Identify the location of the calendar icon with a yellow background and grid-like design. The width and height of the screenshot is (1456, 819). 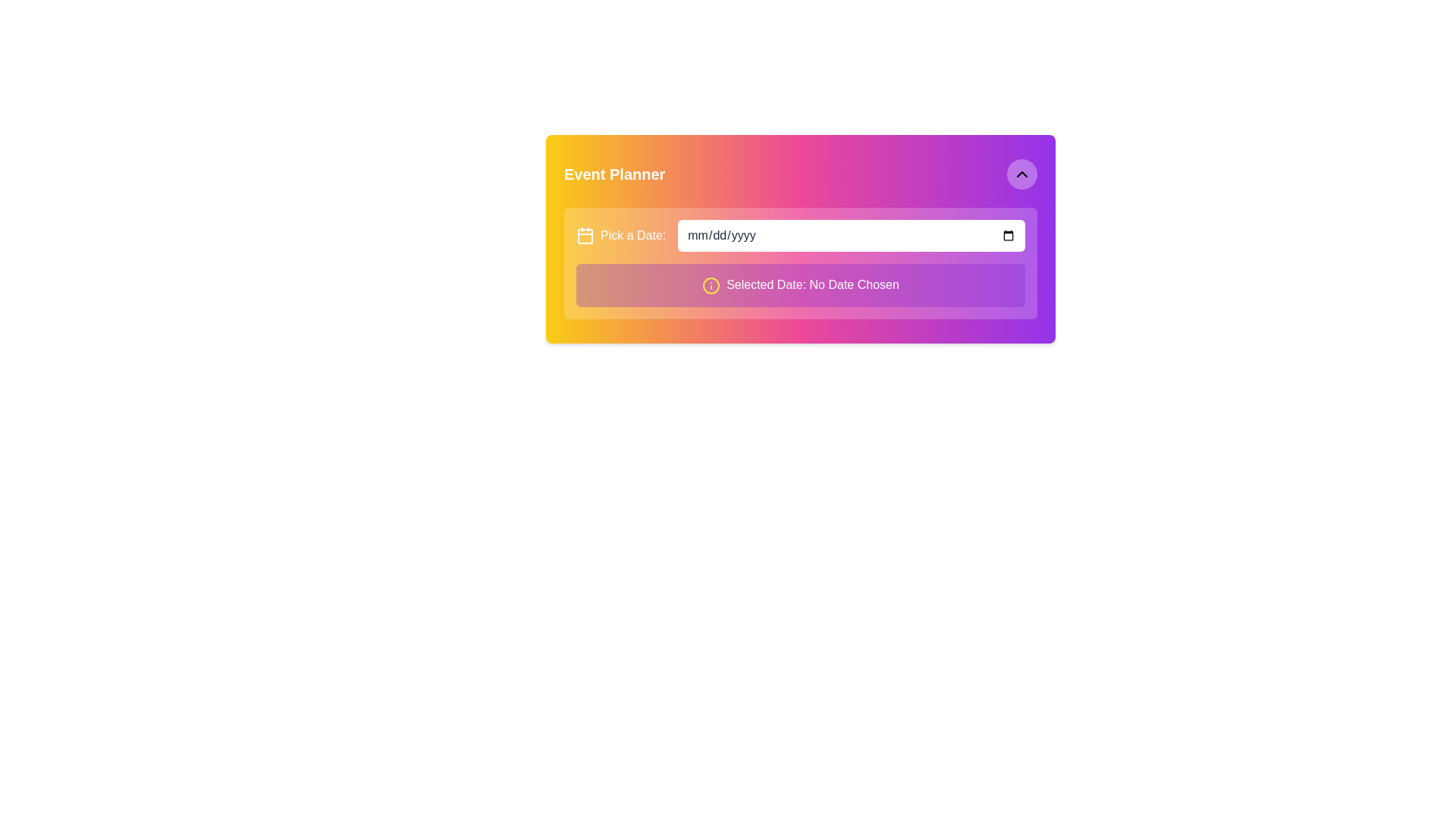
(585, 236).